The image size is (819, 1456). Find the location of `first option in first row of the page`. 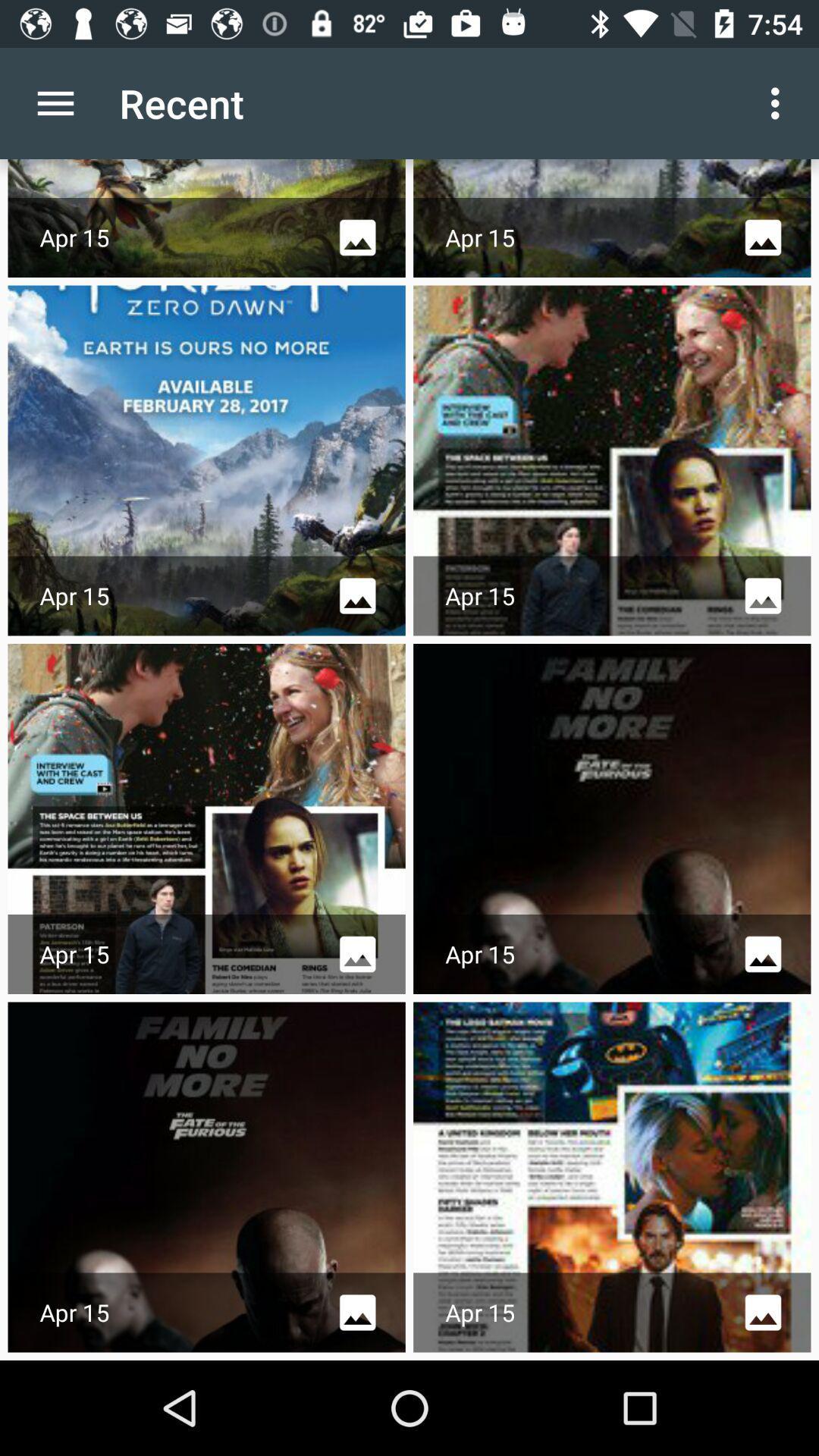

first option in first row of the page is located at coordinates (207, 218).